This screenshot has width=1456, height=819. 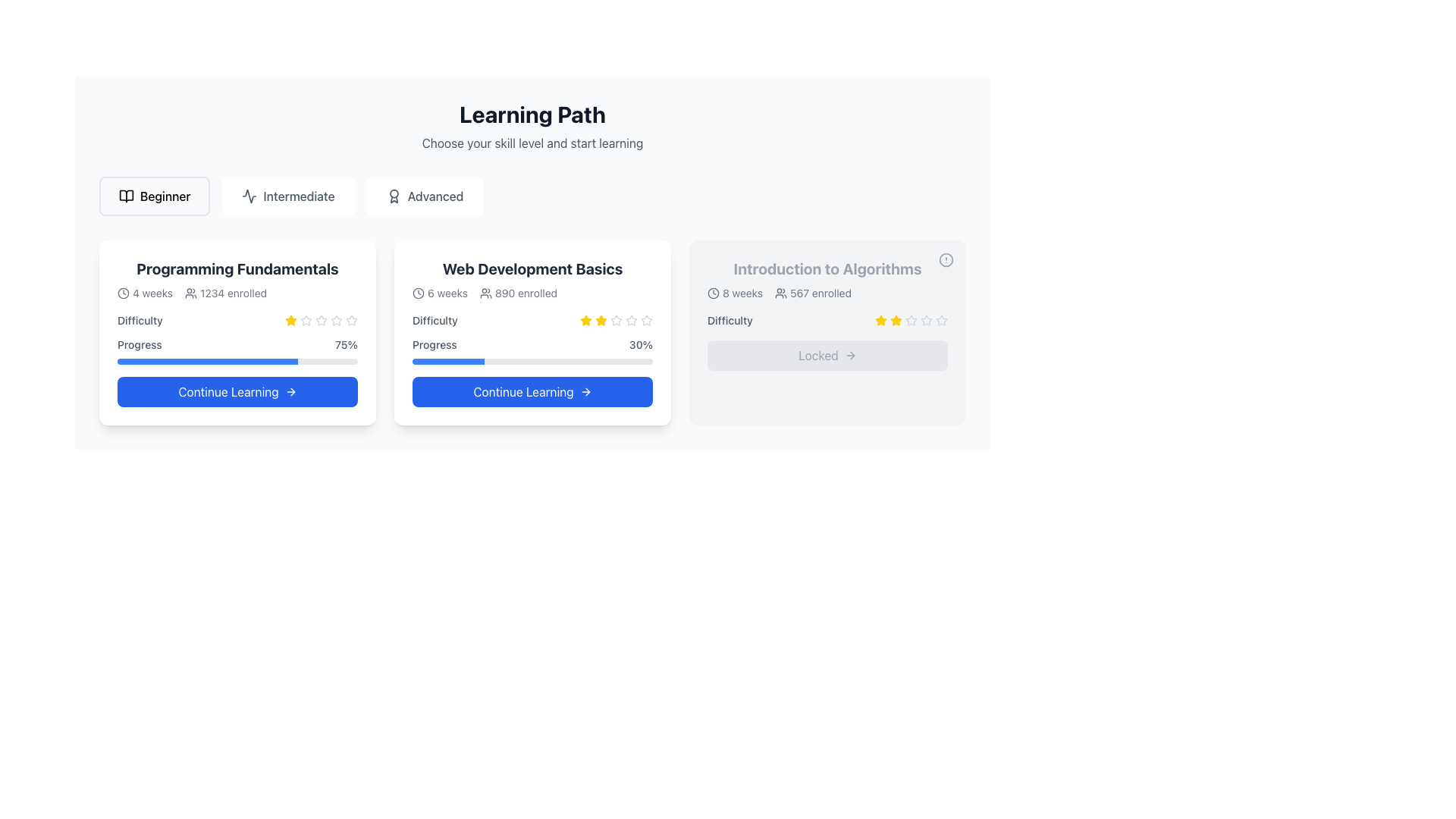 I want to click on the decorative icon that visually distinguishes the 'Advanced' section in the interface, located to the right of the 'Intermediate' section and above the main content, so click(x=394, y=195).